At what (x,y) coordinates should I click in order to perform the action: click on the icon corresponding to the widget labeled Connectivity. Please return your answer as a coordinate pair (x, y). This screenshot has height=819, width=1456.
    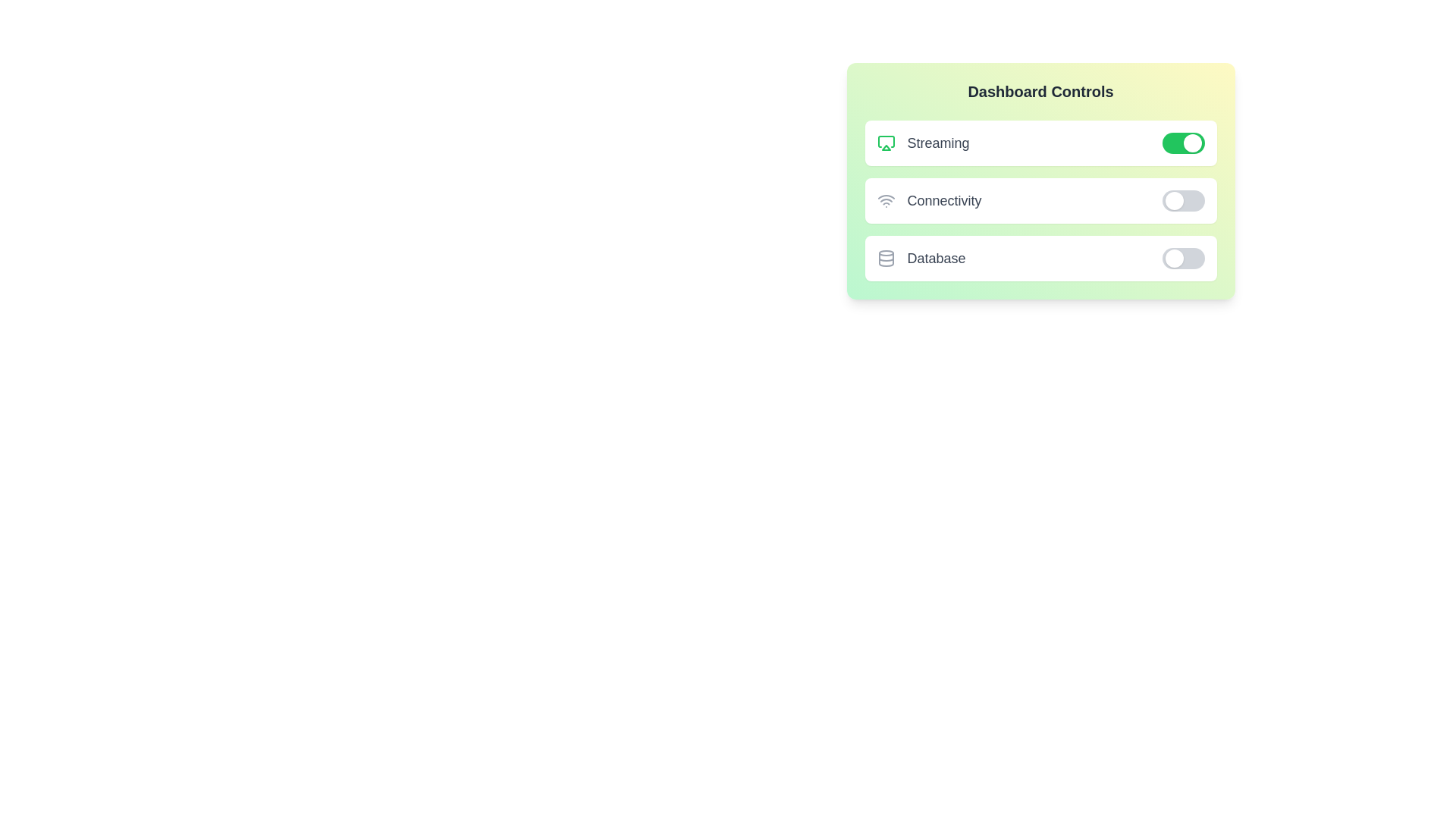
    Looking at the image, I should click on (886, 200).